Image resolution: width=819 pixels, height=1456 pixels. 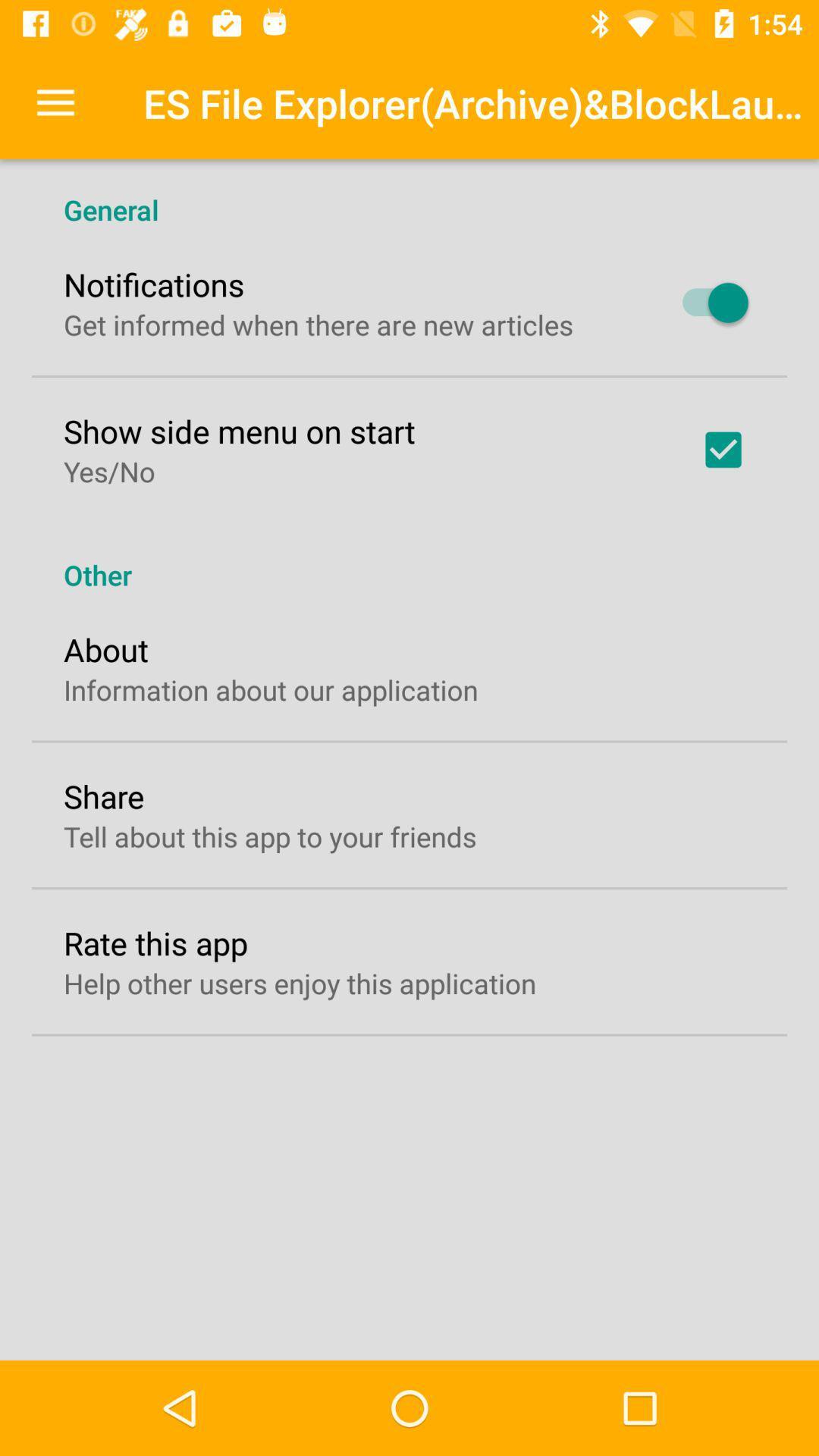 What do you see at coordinates (708, 303) in the screenshot?
I see `item below the general icon` at bounding box center [708, 303].